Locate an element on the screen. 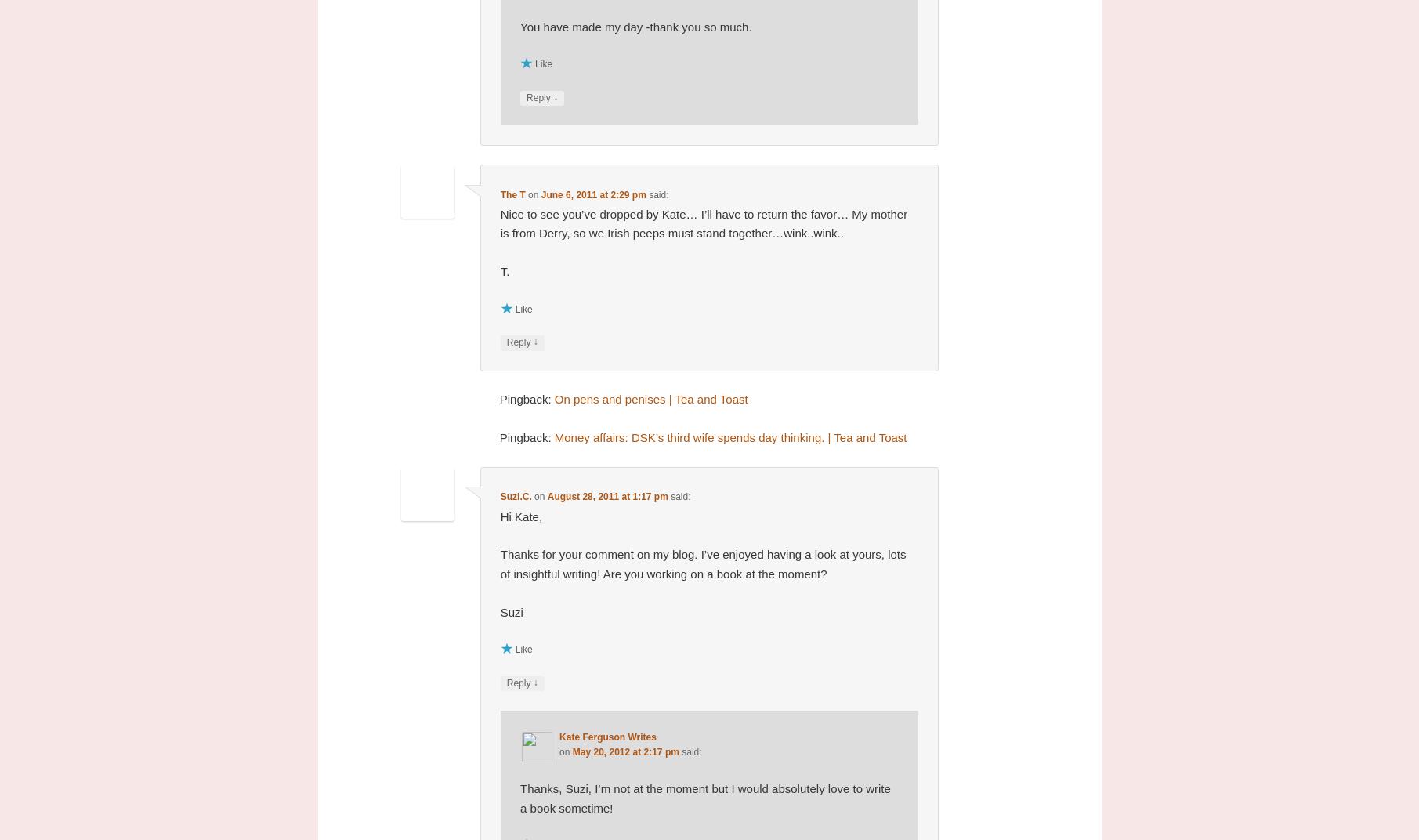  'June 6, 2011 at 2:29 pm' is located at coordinates (592, 194).